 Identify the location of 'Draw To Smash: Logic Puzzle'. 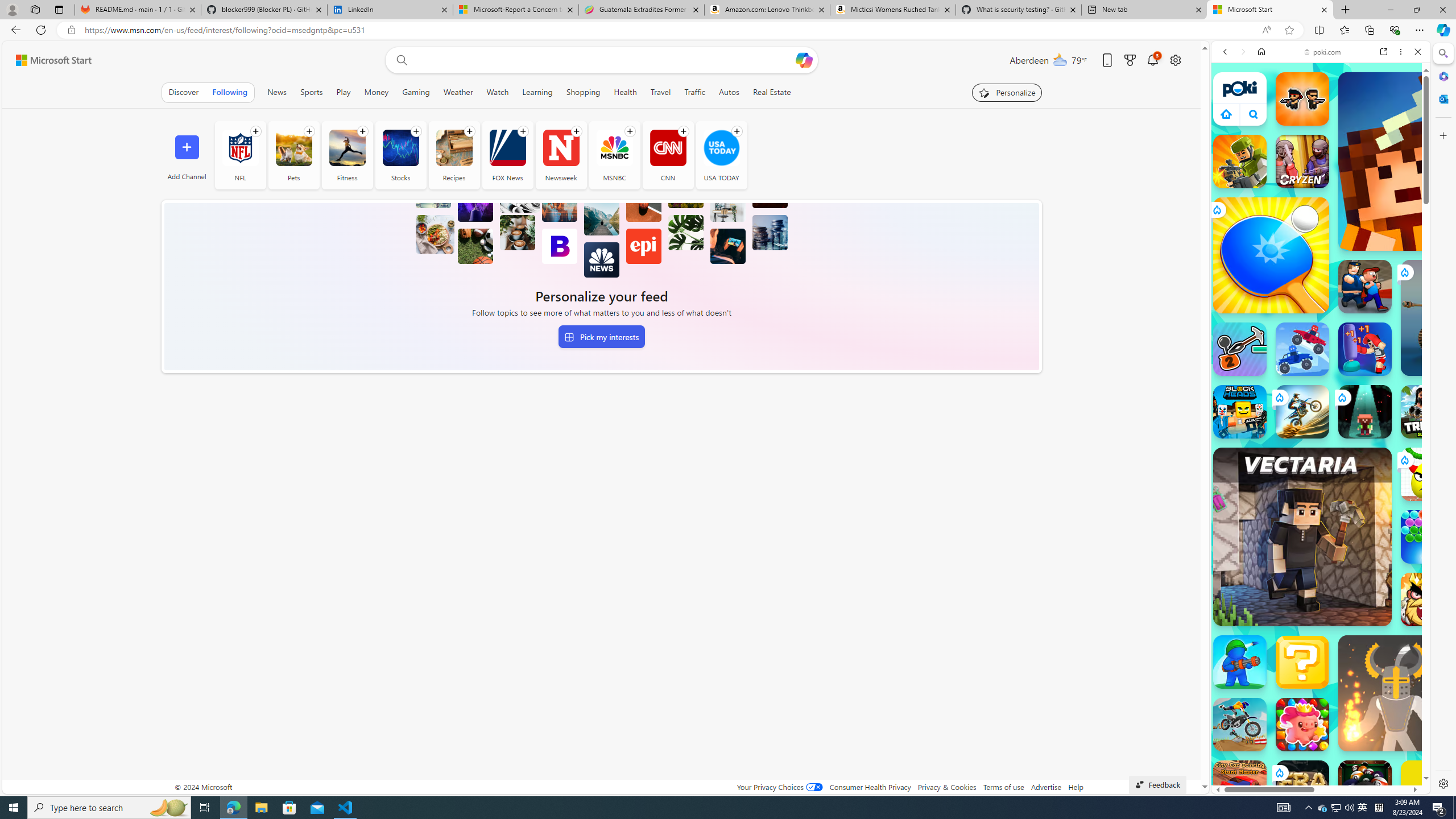
(1428, 474).